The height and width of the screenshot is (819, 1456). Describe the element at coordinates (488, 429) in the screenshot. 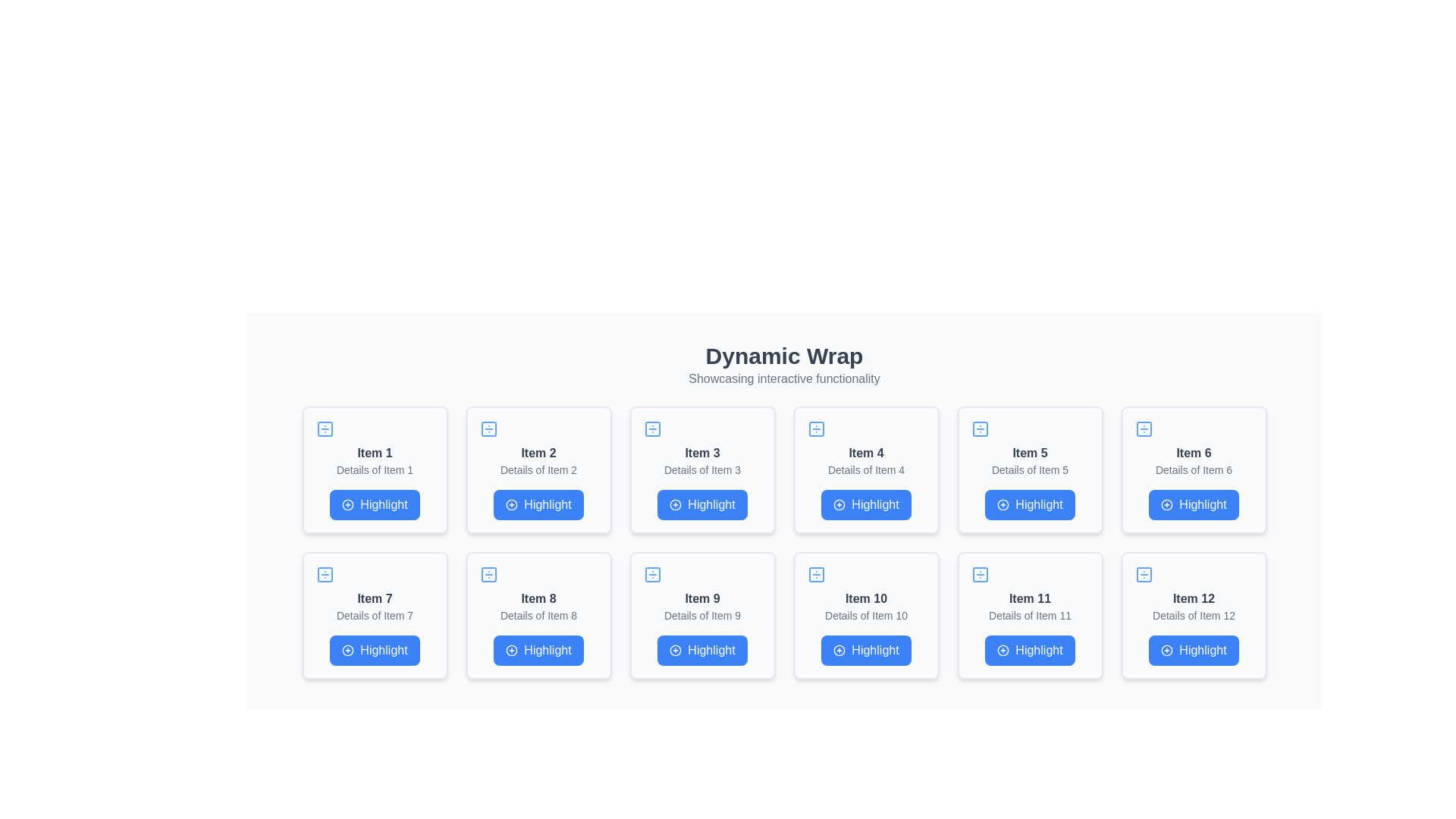

I see `the blue square icon with a cross-like divide located at the top-left of the 'Item 2' card` at that location.